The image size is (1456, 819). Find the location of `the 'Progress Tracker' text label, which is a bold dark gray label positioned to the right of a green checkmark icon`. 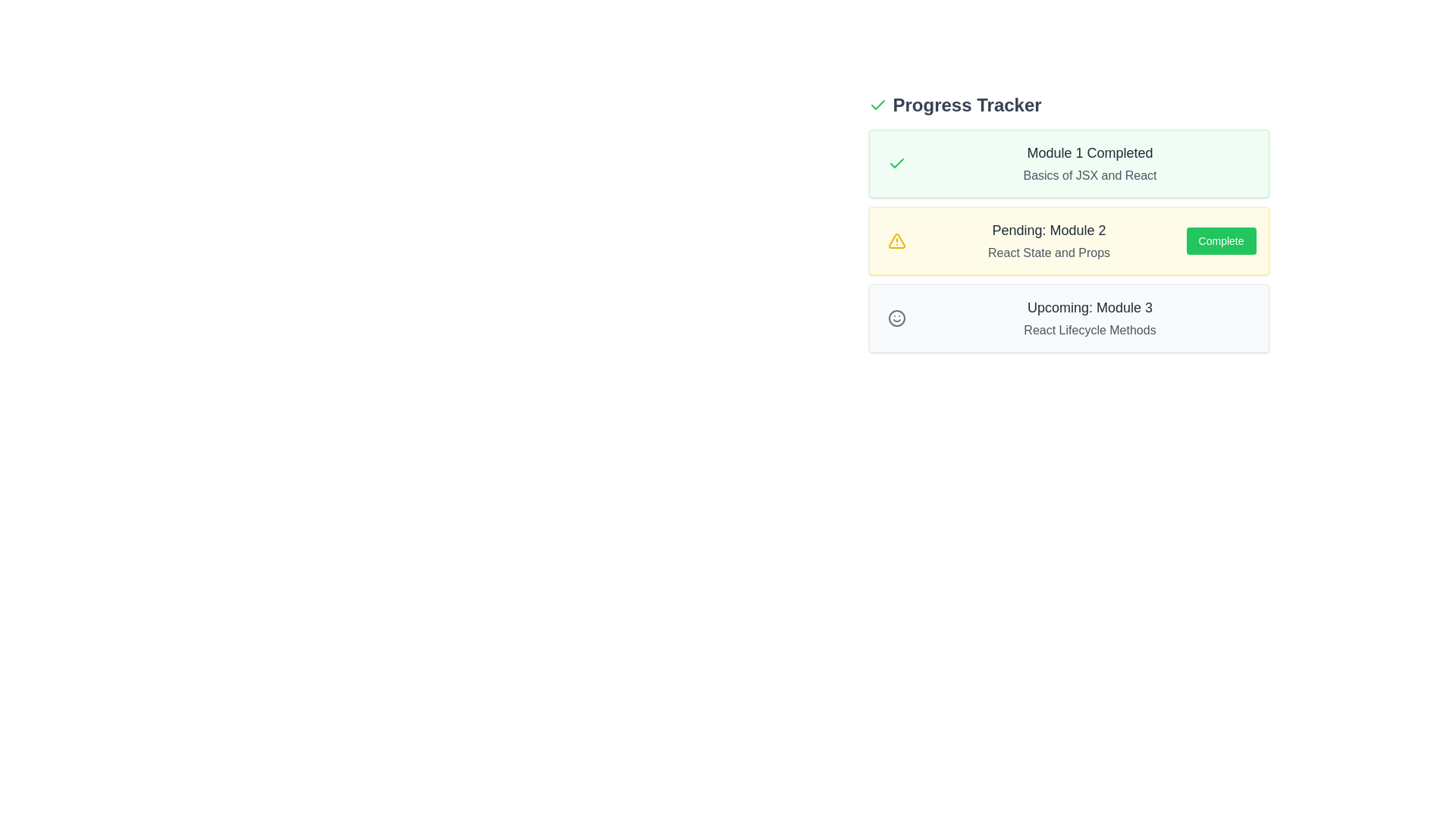

the 'Progress Tracker' text label, which is a bold dark gray label positioned to the right of a green checkmark icon is located at coordinates (966, 104).